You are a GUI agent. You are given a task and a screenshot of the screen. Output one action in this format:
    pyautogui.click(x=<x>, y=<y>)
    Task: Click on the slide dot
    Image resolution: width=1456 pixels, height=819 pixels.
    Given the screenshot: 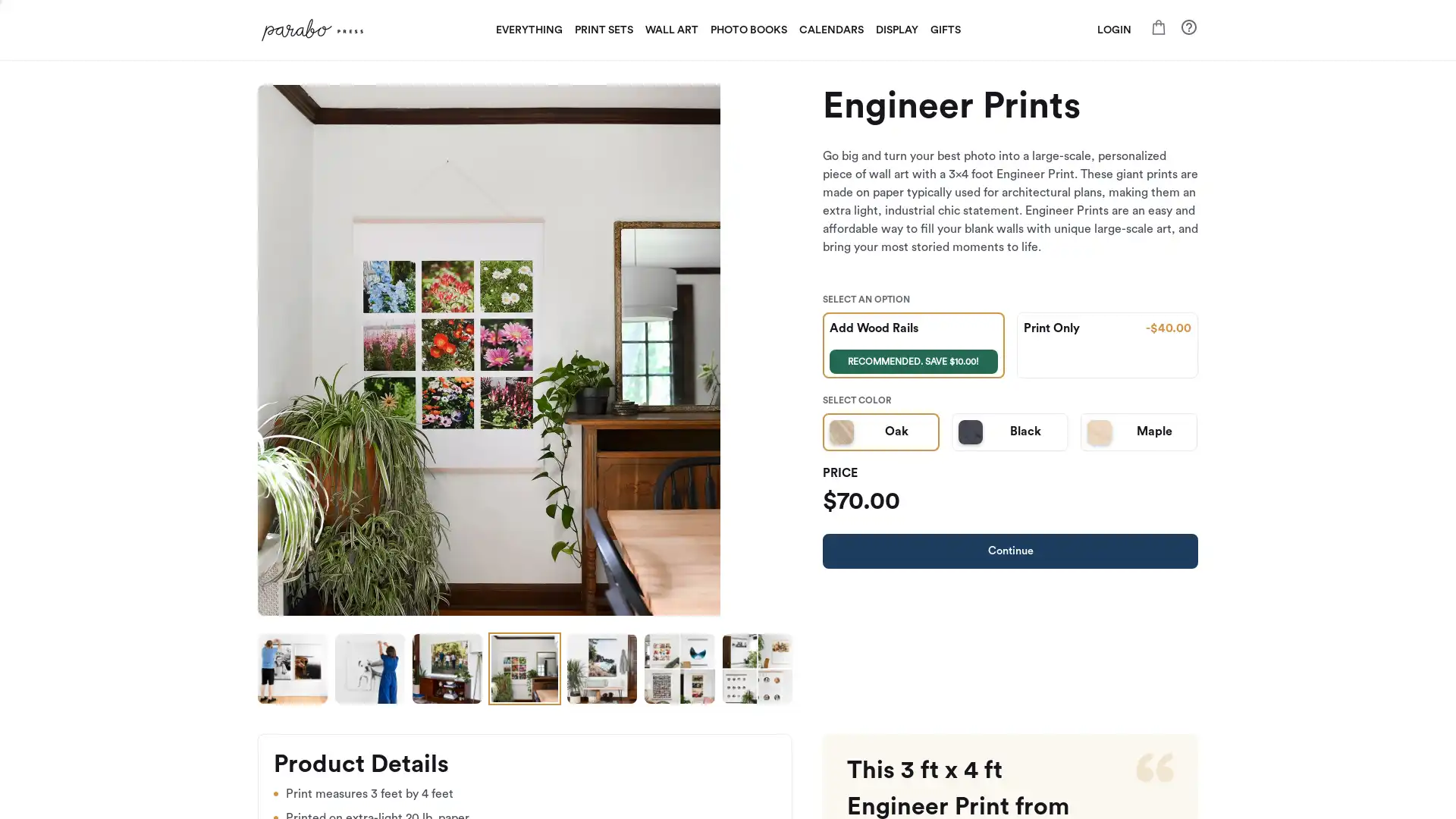 What is the action you would take?
    pyautogui.click(x=524, y=668)
    